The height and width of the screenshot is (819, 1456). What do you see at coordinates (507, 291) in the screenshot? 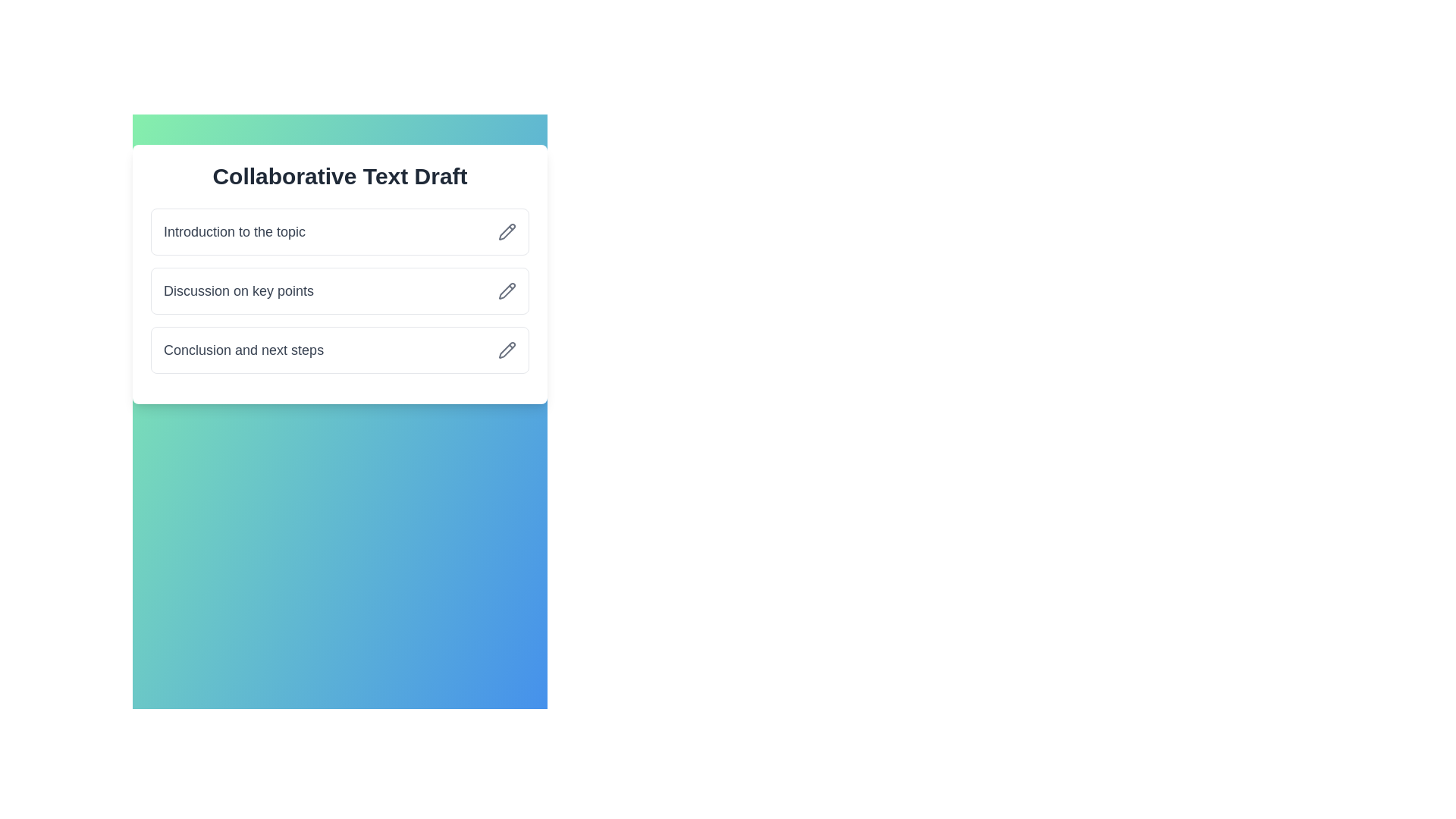
I see `the small gray pencil icon located at the top right corner of the 'Discussion on key points' row to initiate editing` at bounding box center [507, 291].